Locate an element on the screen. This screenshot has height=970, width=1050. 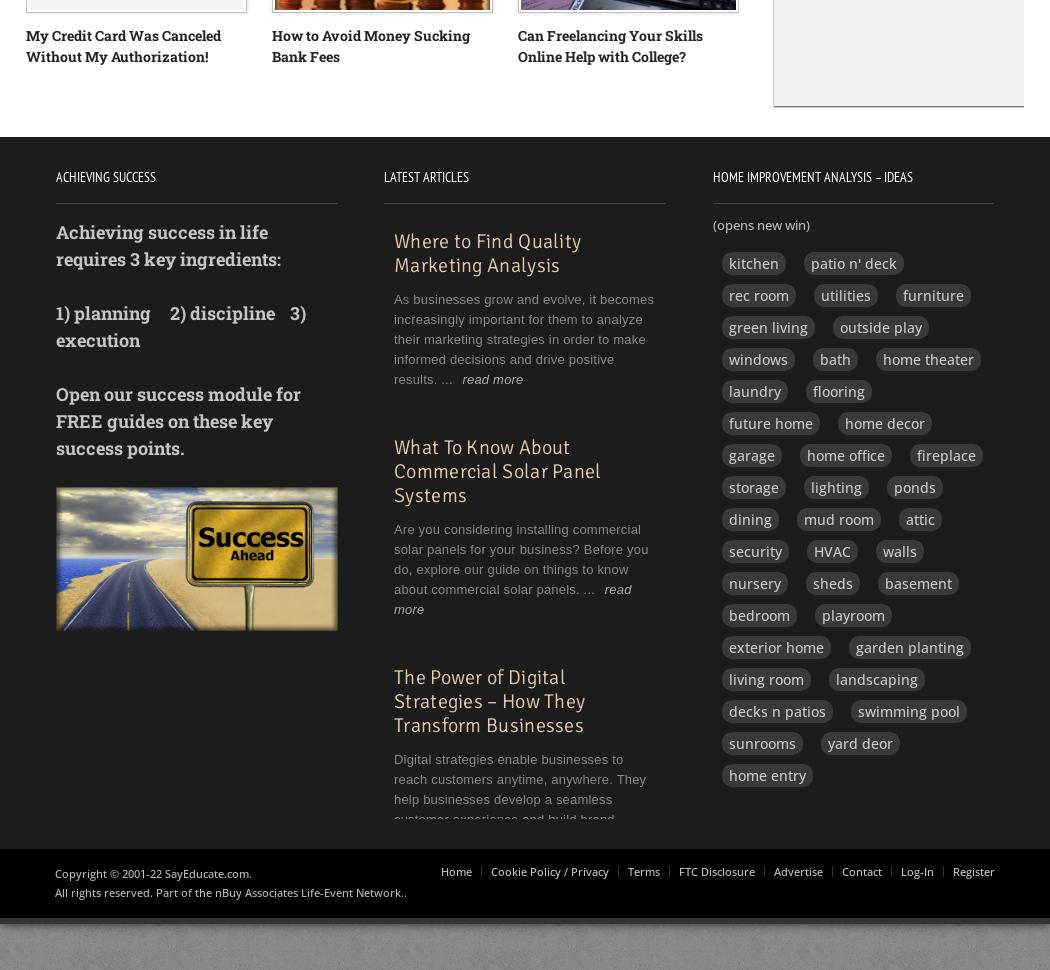
'sunrooms' is located at coordinates (761, 741).